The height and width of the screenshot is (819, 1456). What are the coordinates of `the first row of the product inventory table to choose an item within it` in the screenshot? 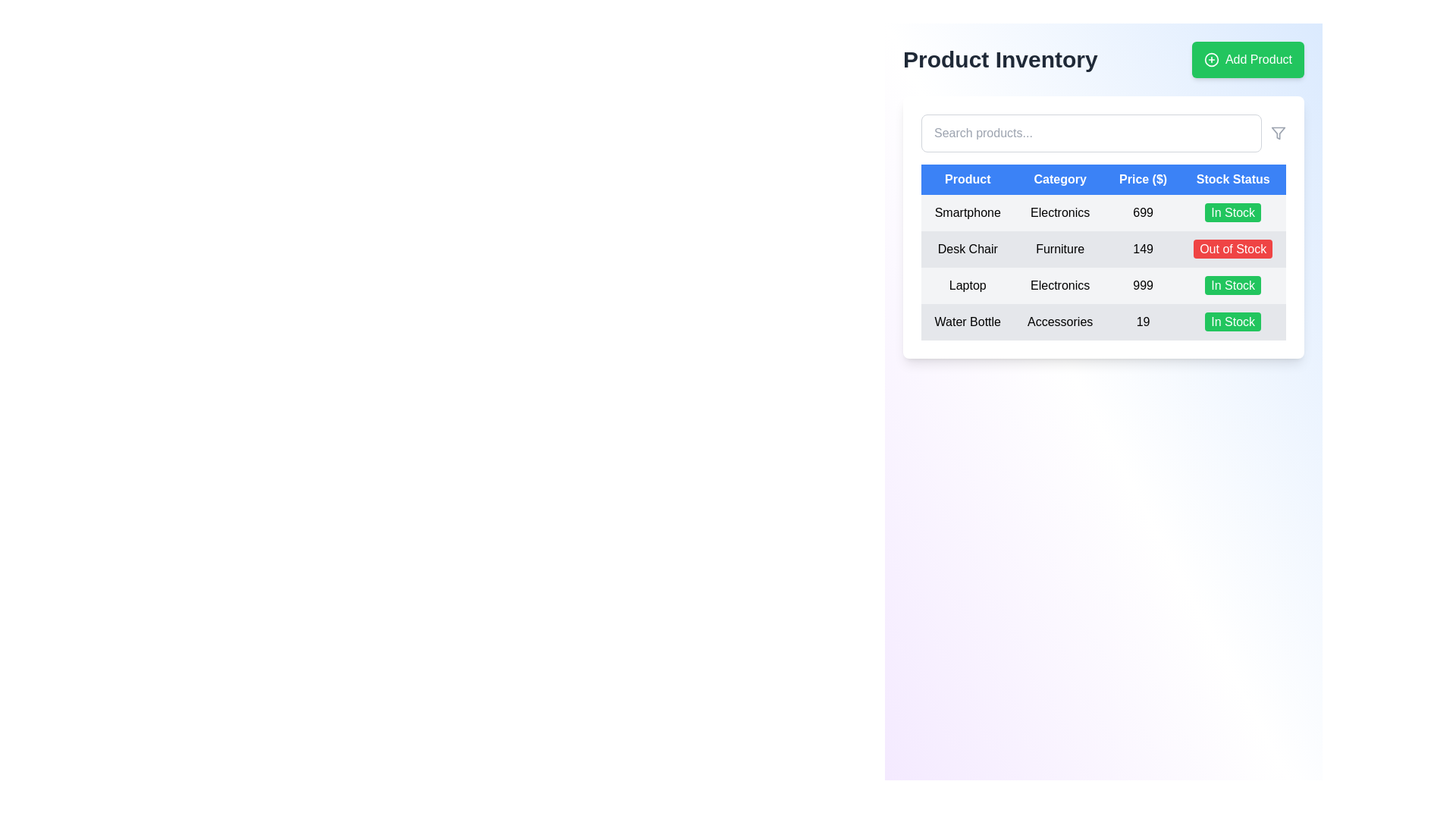 It's located at (1103, 213).